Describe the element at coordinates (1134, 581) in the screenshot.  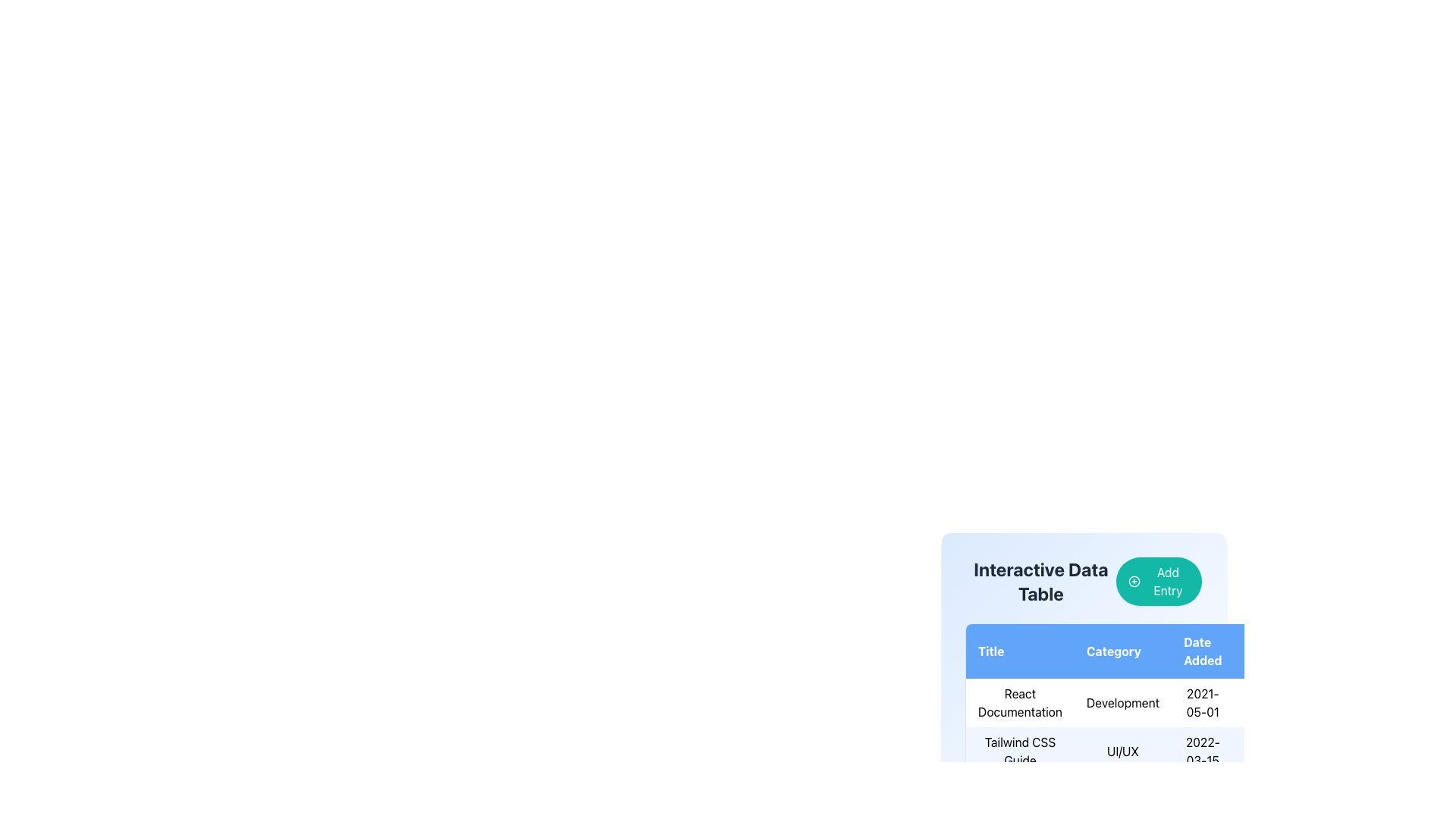
I see `the circular plus icon inside the 'Add Entry' button located in the top-right section of the interactive data table interface` at that location.